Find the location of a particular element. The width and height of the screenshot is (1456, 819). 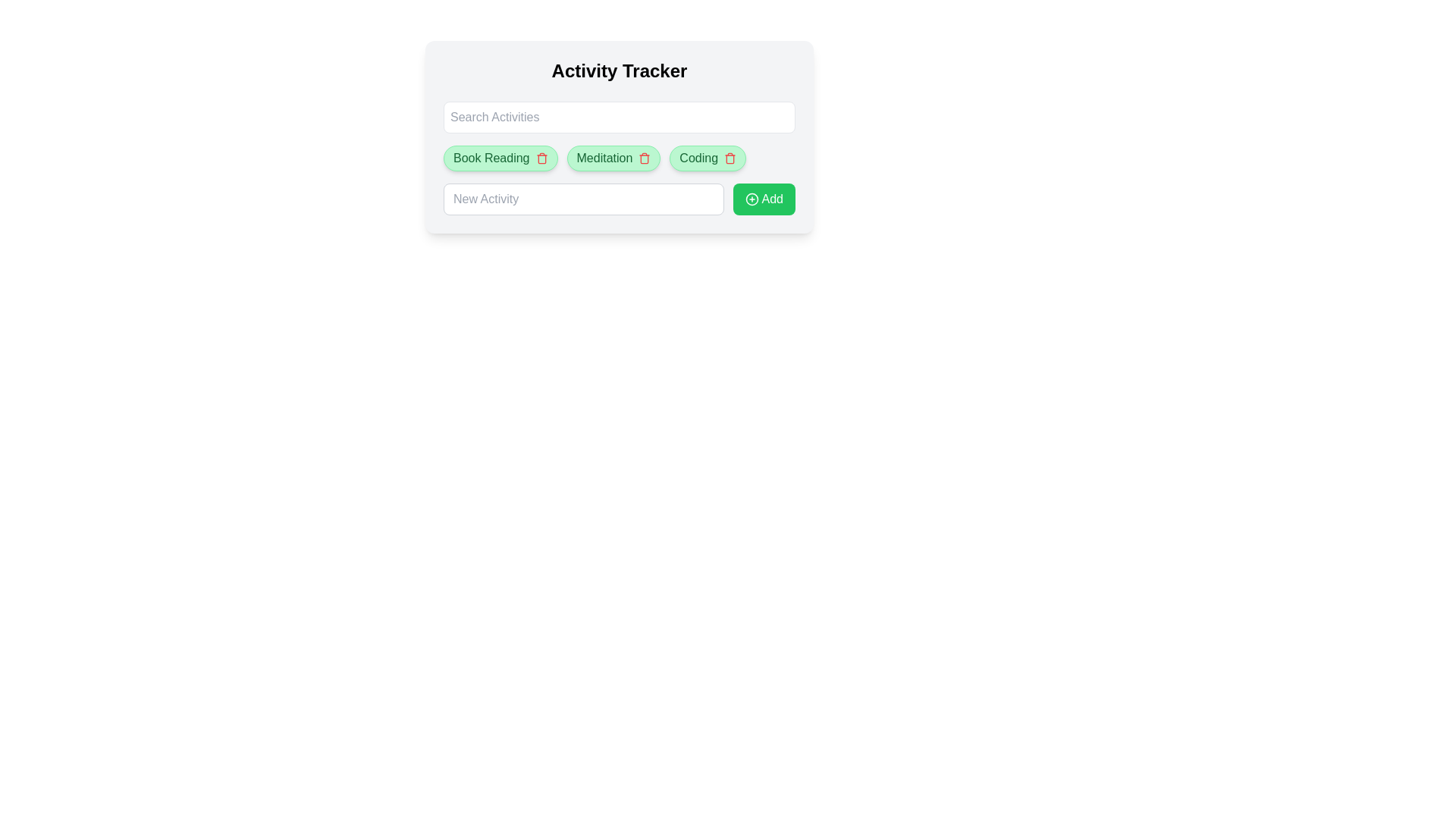

the 'Meditation' text label within the activity tracking interface is located at coordinates (604, 158).